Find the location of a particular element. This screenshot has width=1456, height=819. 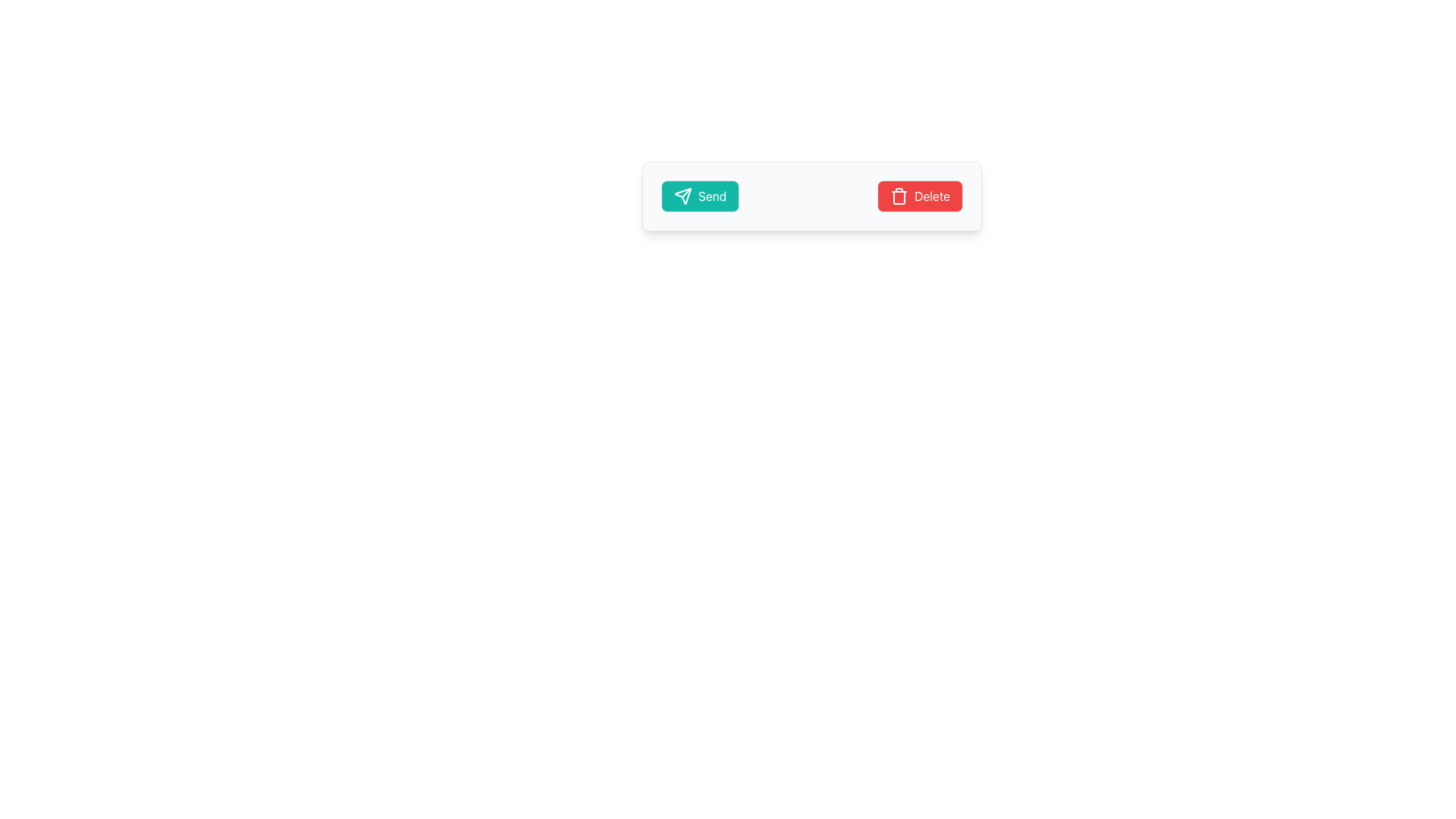

the central part of the trash can icon within the red 'Delete' button, which visually represents the delete functionality is located at coordinates (899, 197).